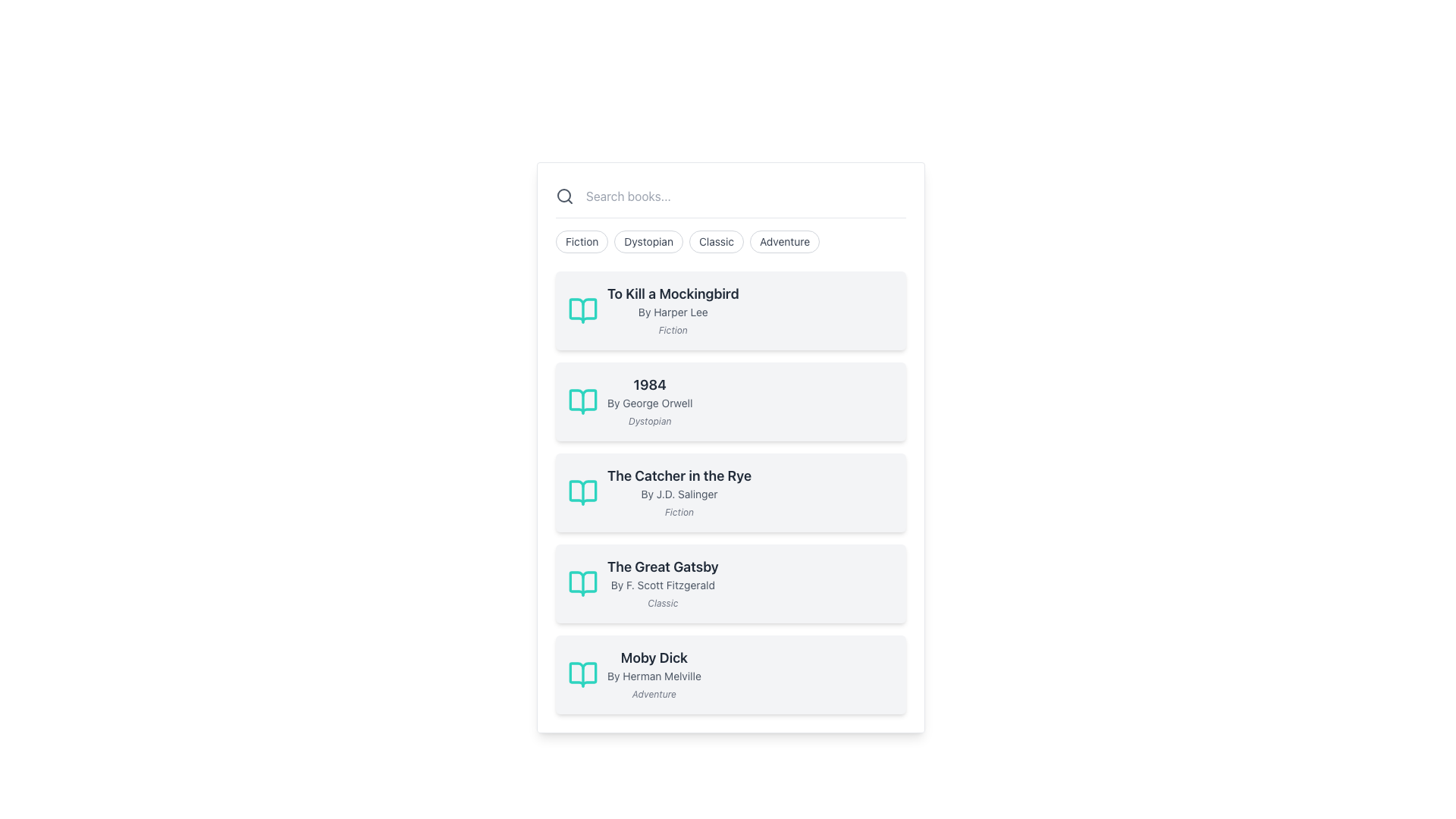 The width and height of the screenshot is (1456, 819). I want to click on the Label stating 'By George Orwell', which is styled with a small font size and light gray color, positioned below the title '1984' in the book listing interface, so click(650, 403).